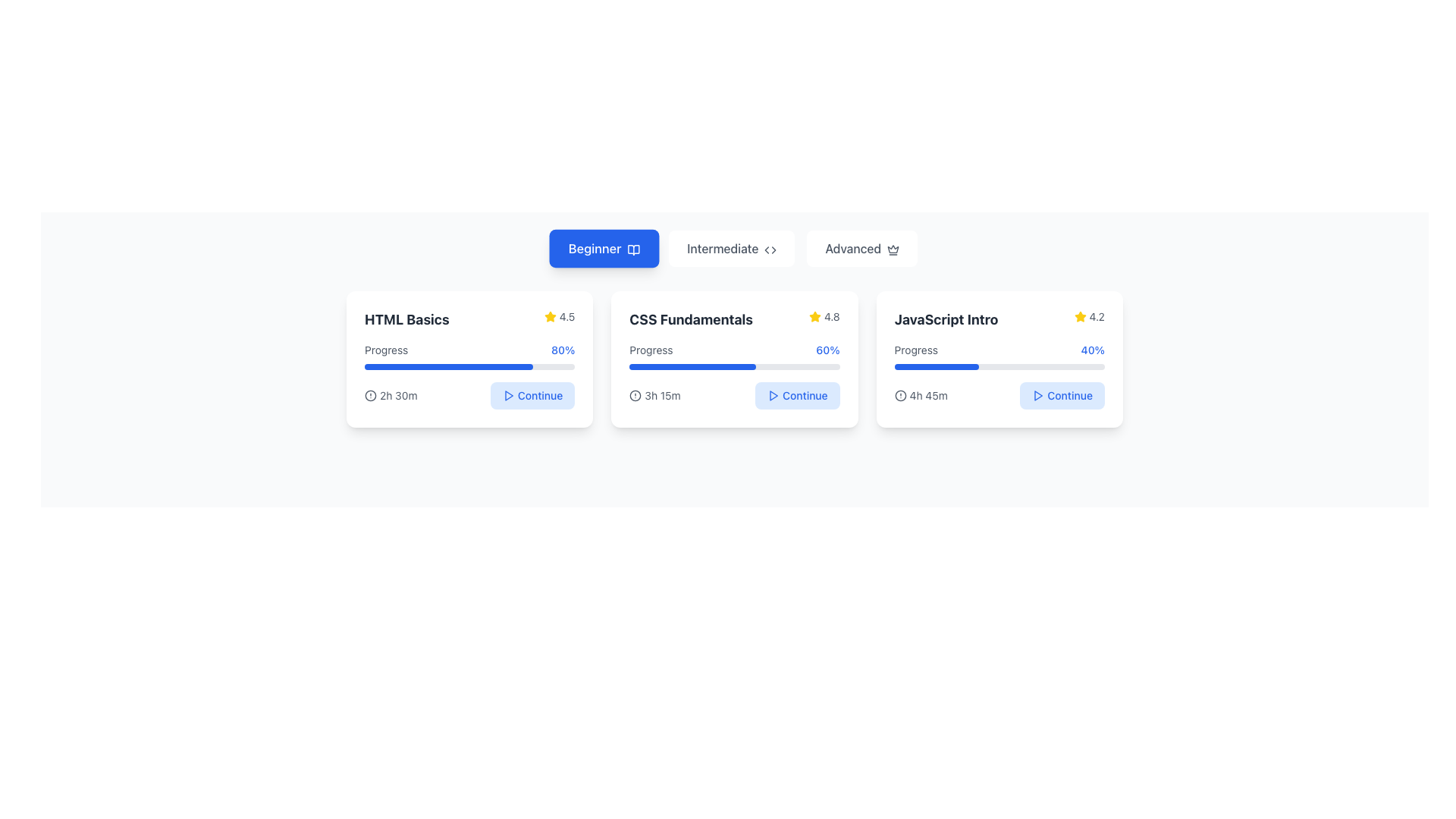  I want to click on the button containing the 'Continue' text label, which is related to the 'JavaScript Intro' course, located below the progress bar, so click(1069, 394).